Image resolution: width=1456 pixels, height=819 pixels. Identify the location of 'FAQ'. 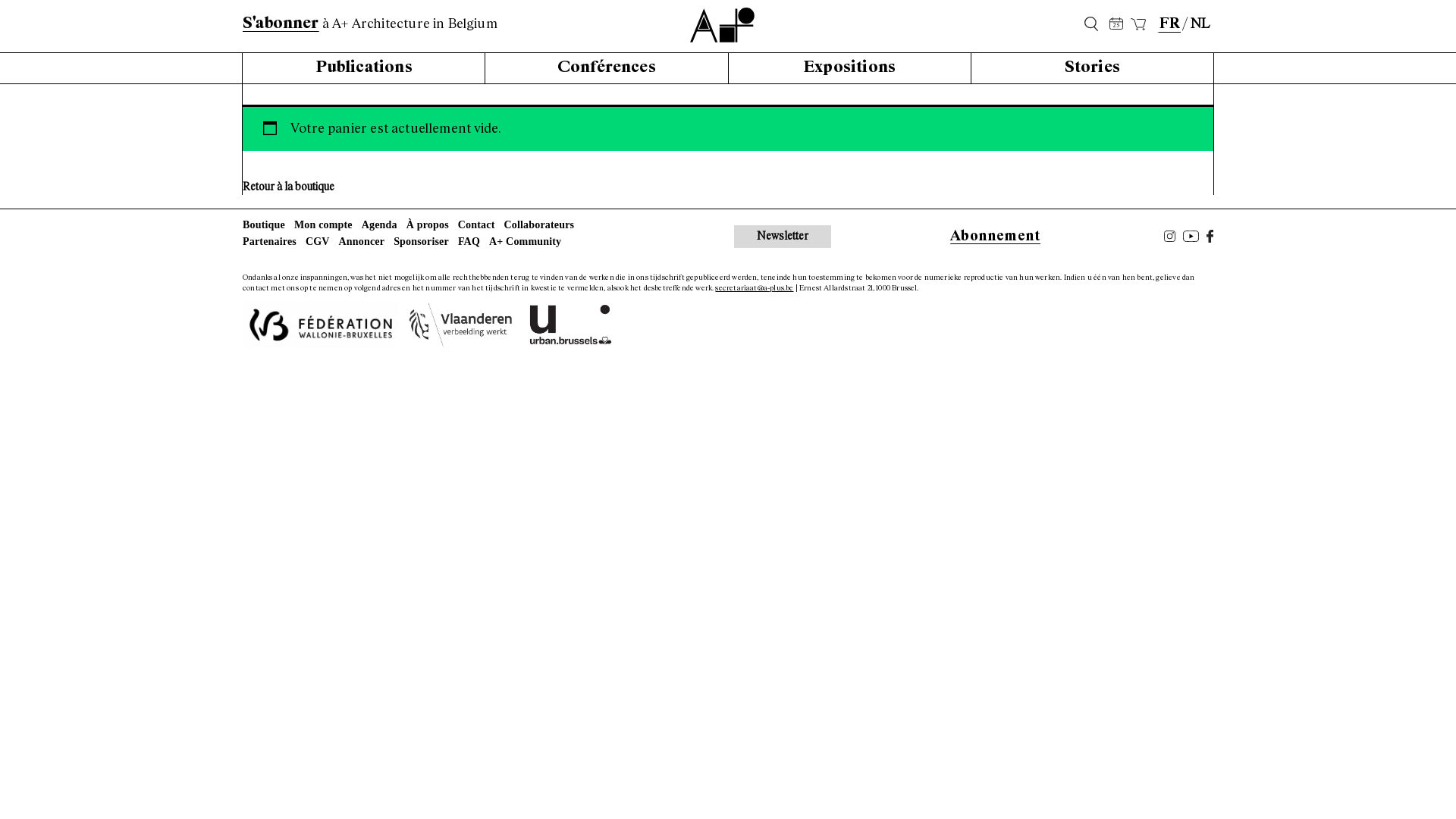
(457, 240).